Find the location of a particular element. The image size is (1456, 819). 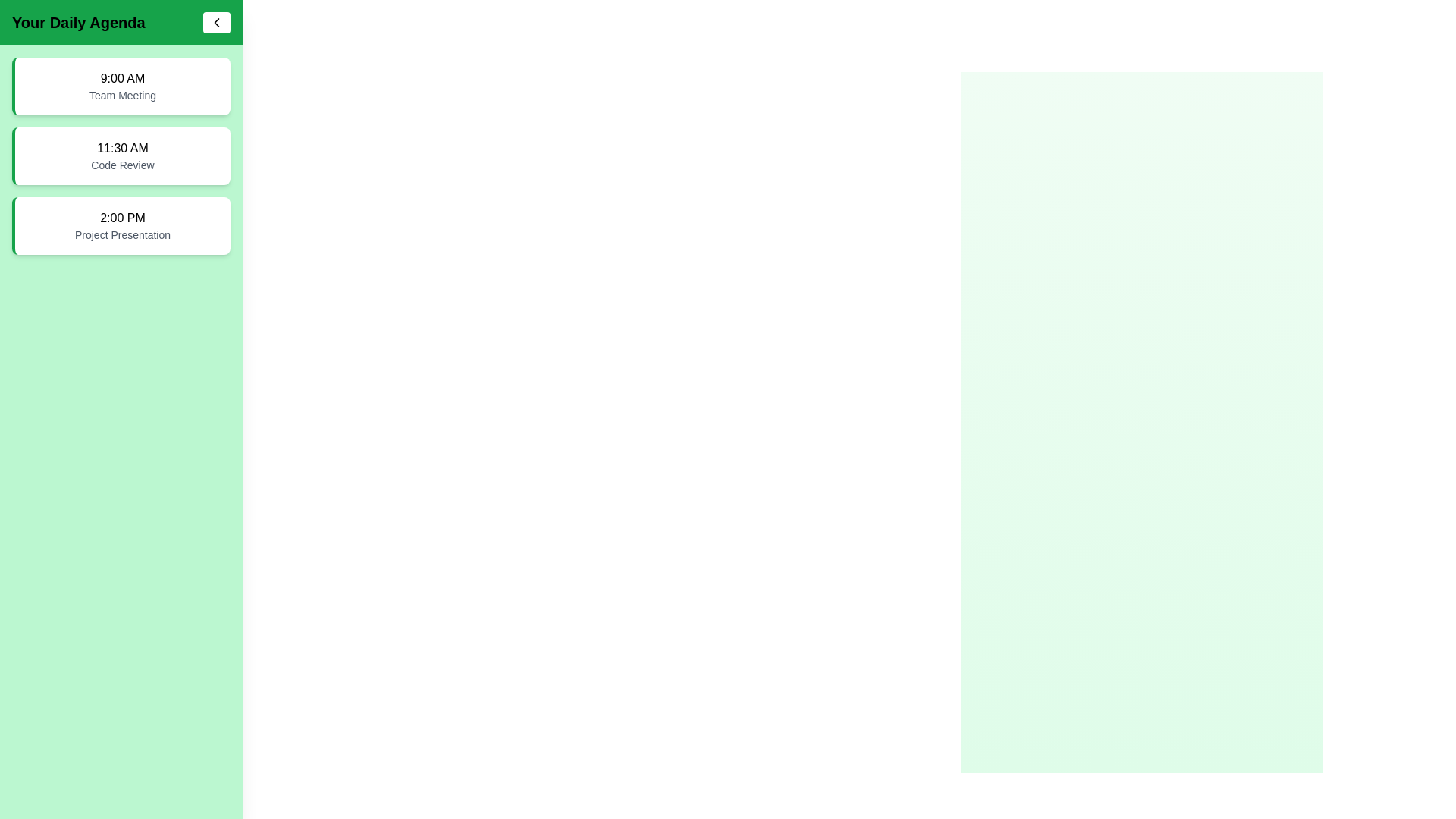

the static text label displaying '9:00 AM' located in the top section of the 'Team Meeting' card, which is above the 'Team Meeting' text is located at coordinates (123, 79).